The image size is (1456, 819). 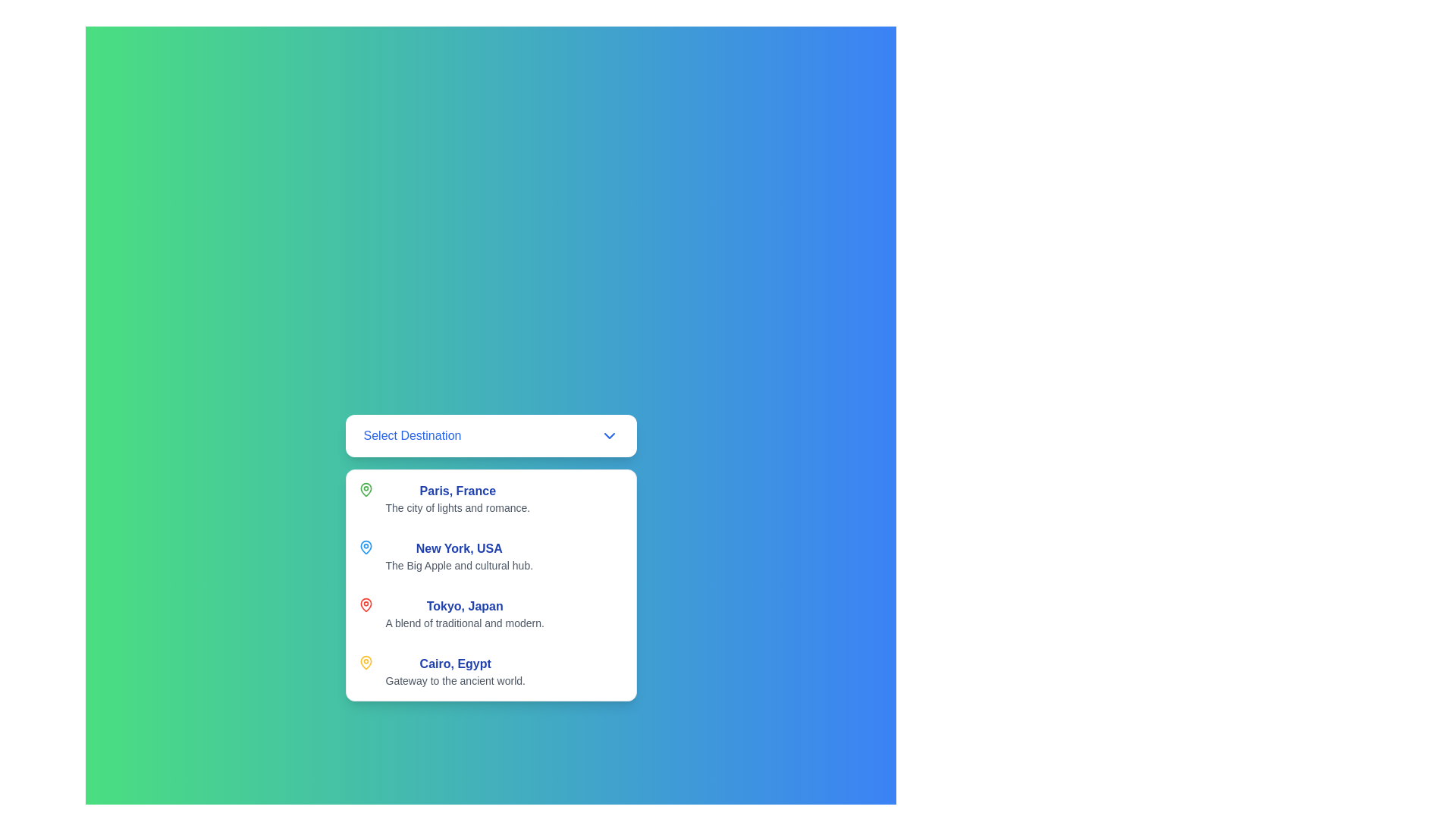 I want to click on the red map pin icon located next to the text 'Tokyo, Japan' in the third row of the option list interface, so click(x=366, y=604).